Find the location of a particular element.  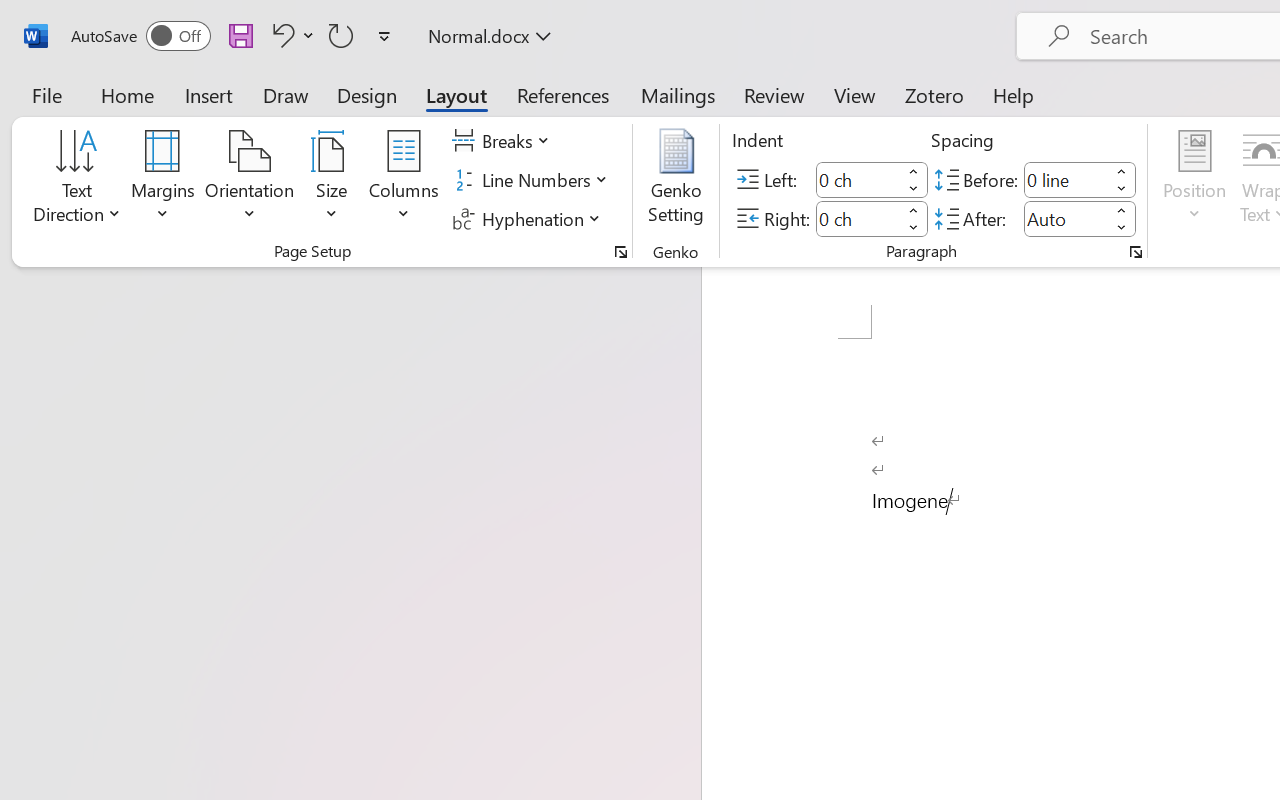

'Hyphenation' is located at coordinates (529, 218).